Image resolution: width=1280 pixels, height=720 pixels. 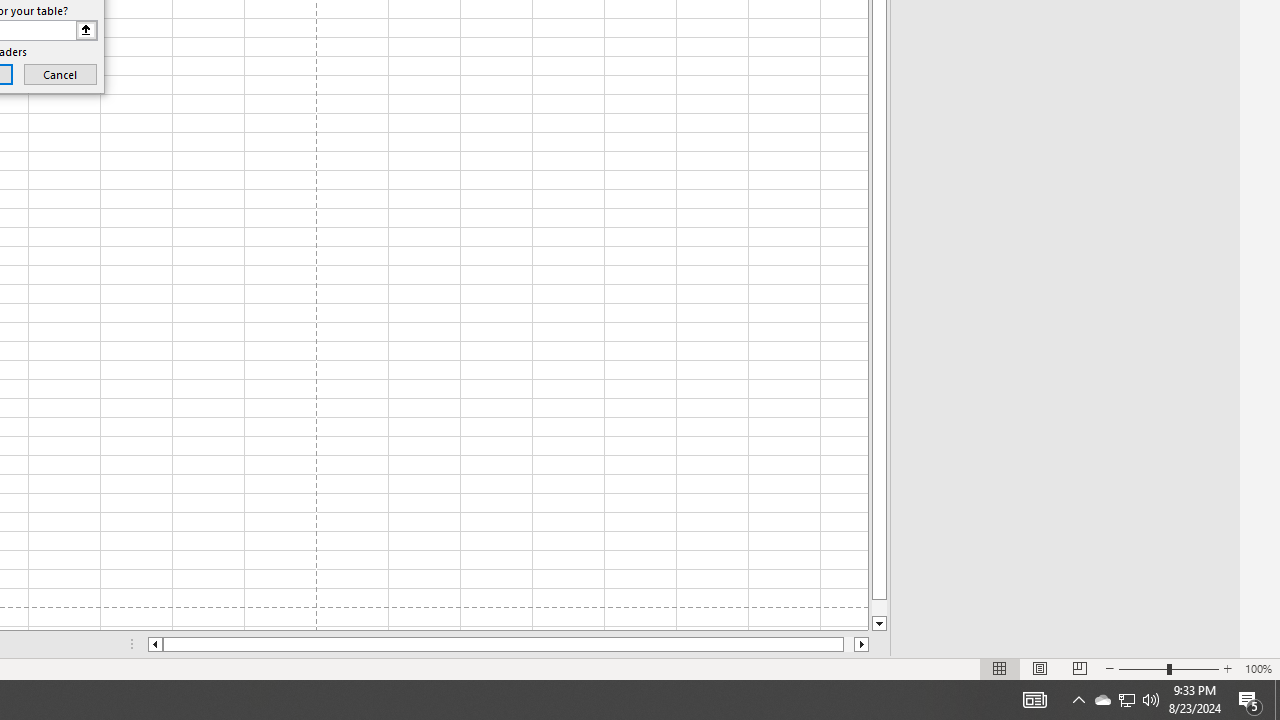 What do you see at coordinates (879, 607) in the screenshot?
I see `'Page down'` at bounding box center [879, 607].